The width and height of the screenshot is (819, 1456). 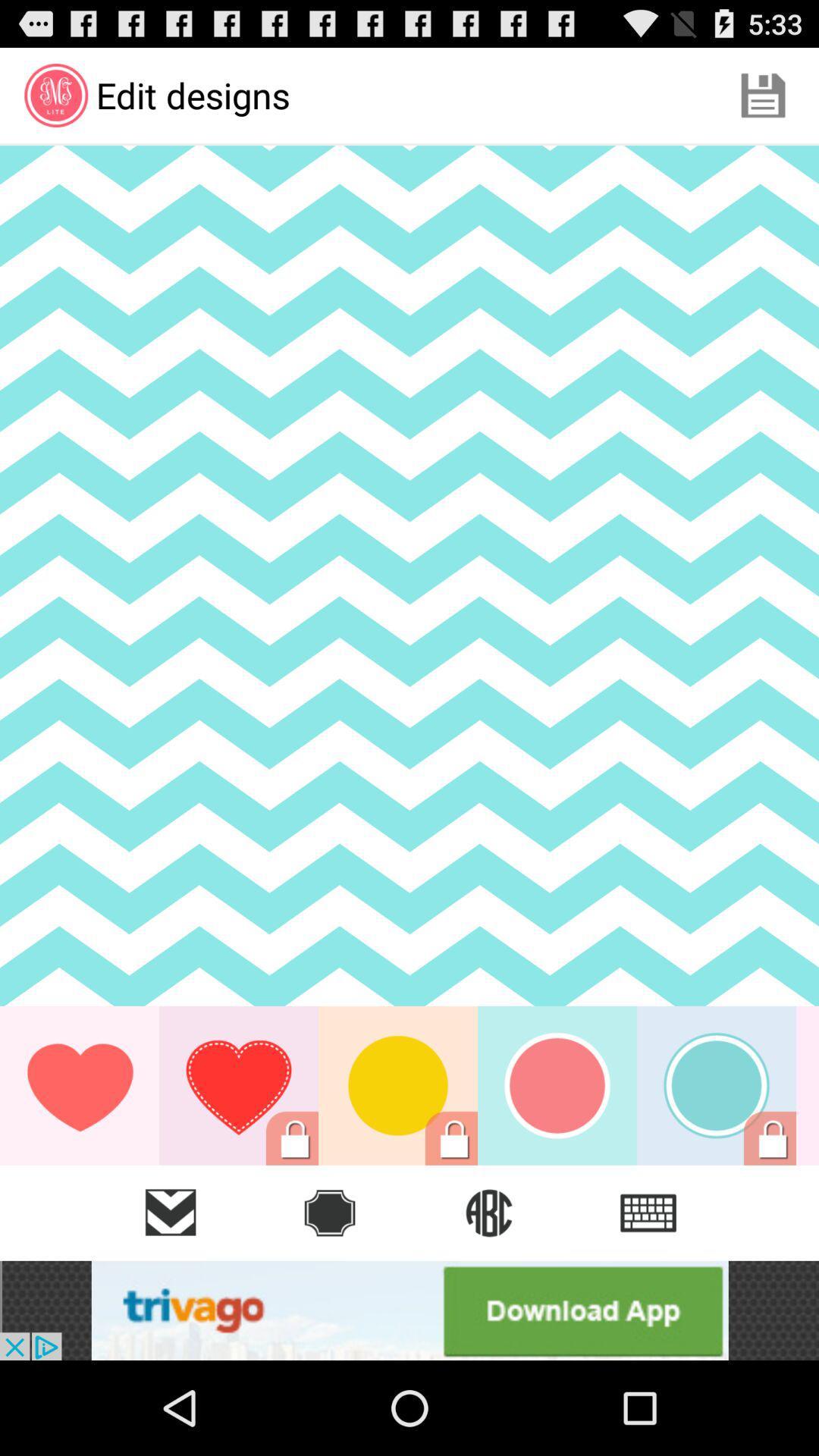 What do you see at coordinates (170, 1212) in the screenshot?
I see `the favorite icon` at bounding box center [170, 1212].